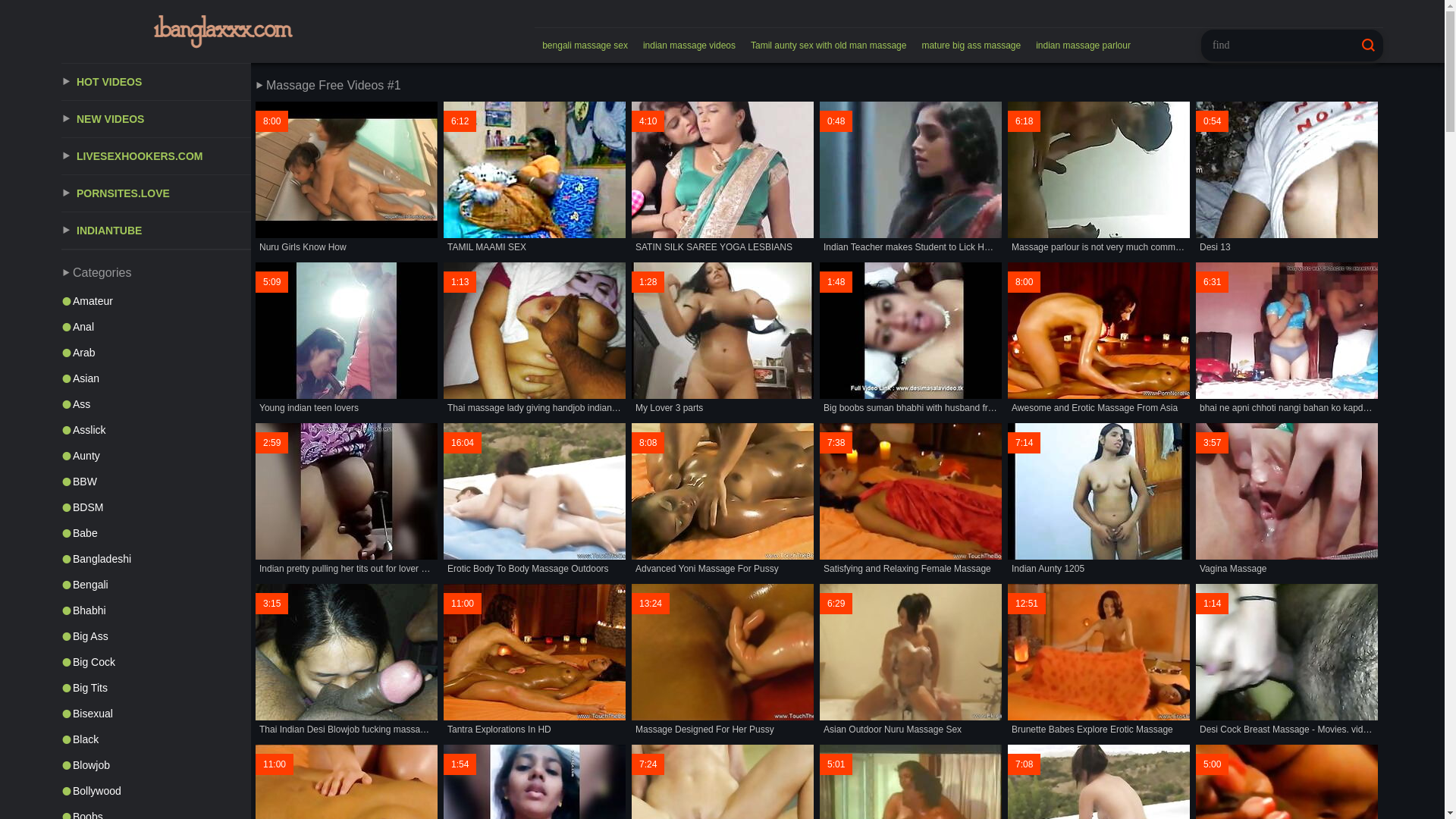  I want to click on '6:31, so click(1286, 338).